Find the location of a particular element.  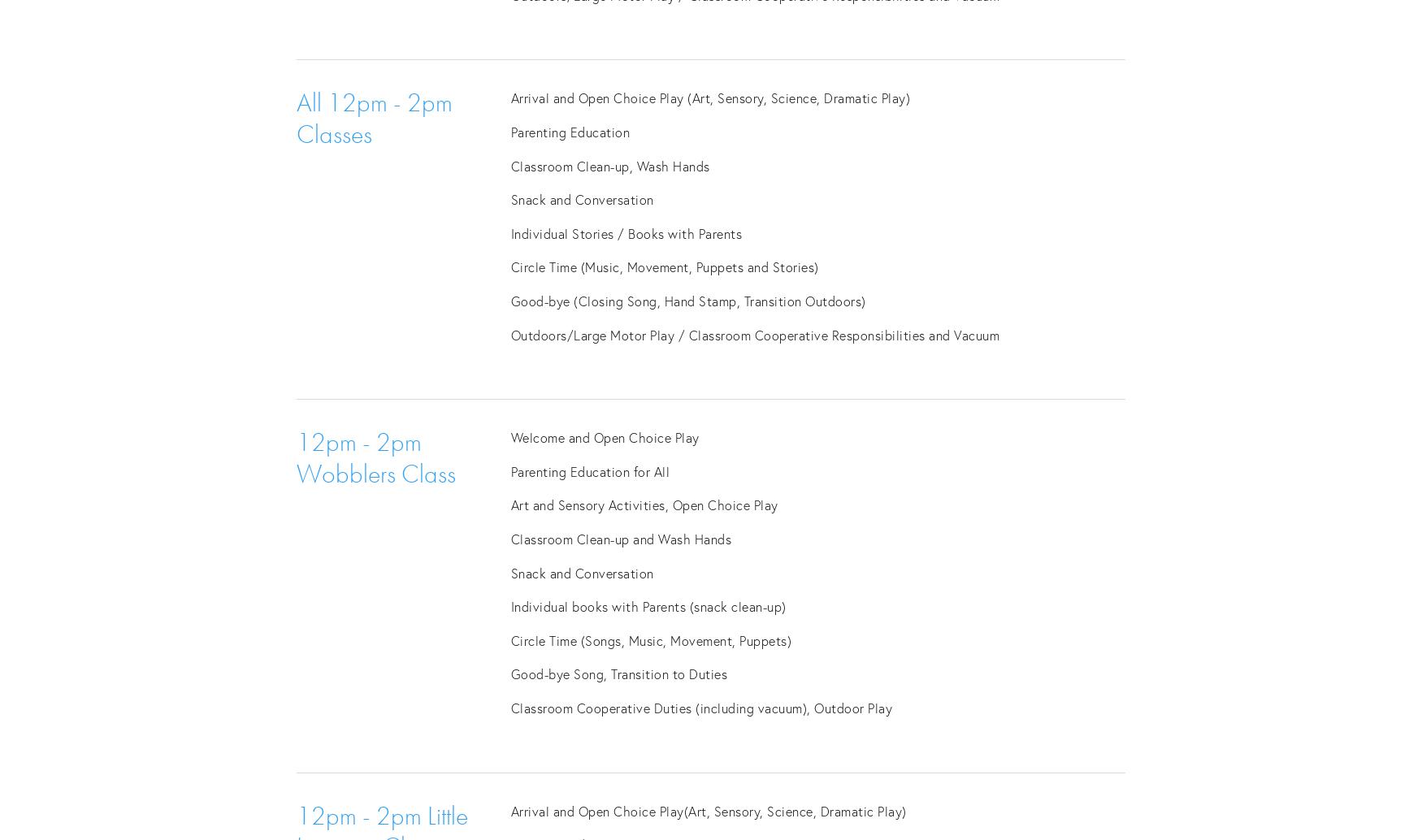

'Arrival and Open Choice Play (Art, Sensory, Science, Dramatic Play)' is located at coordinates (709, 97).